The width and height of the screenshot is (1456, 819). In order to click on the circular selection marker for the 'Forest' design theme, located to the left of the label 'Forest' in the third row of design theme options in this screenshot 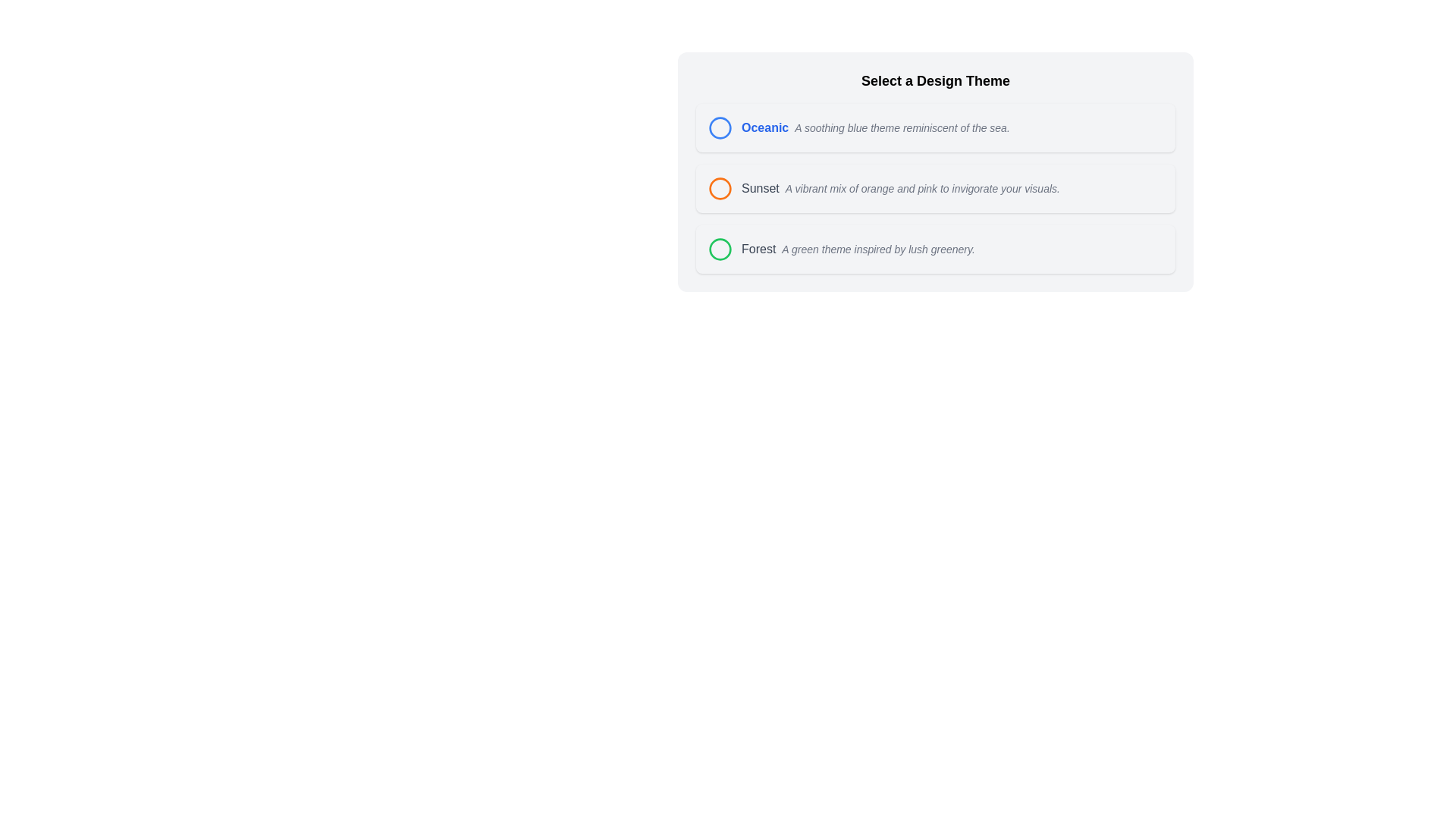, I will do `click(720, 248)`.